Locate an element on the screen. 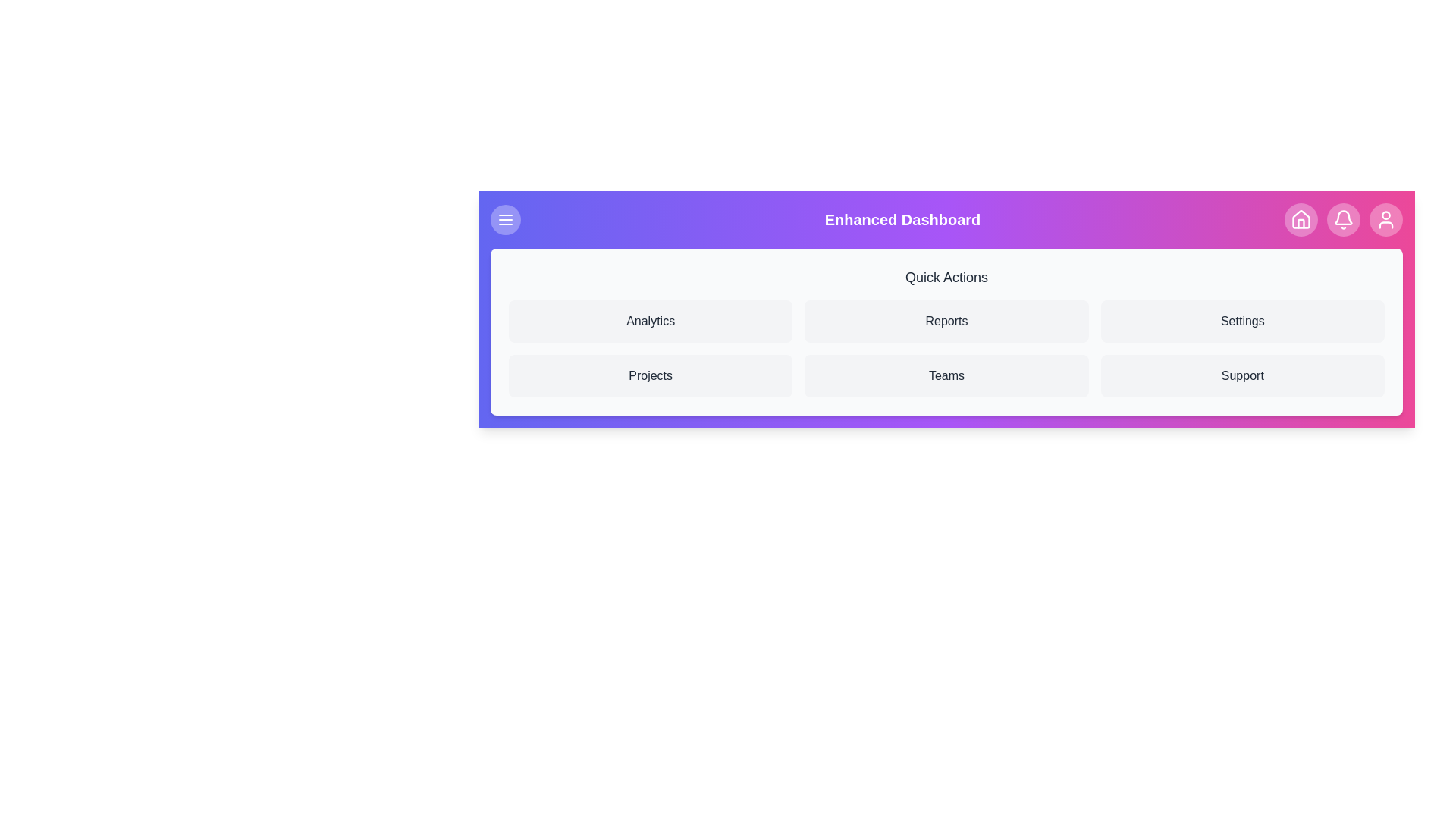  the 'Projects' button in the Quick Actions menu is located at coordinates (651, 375).